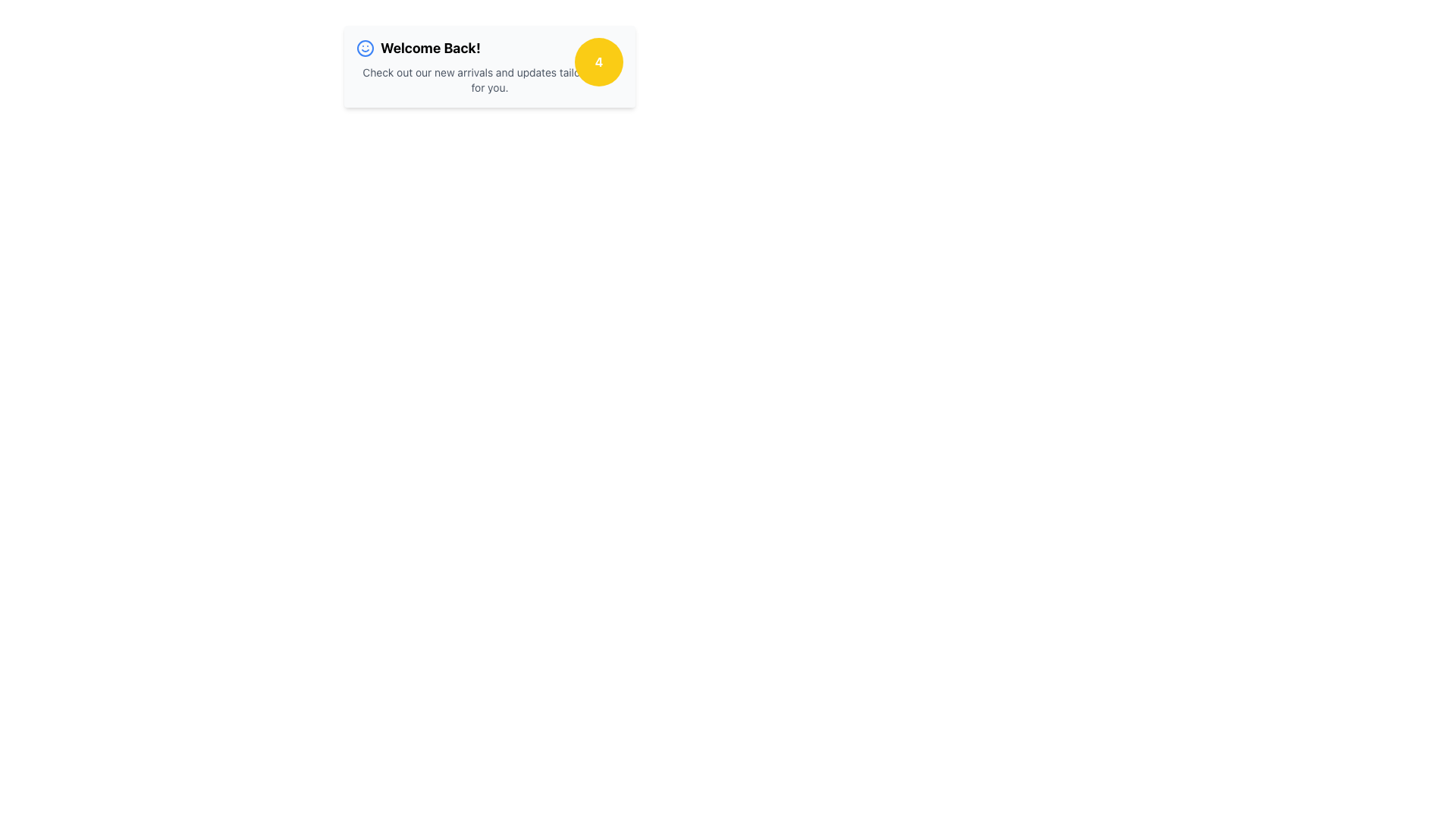 This screenshot has width=1456, height=819. What do you see at coordinates (365, 48) in the screenshot?
I see `the outermost circular component of the smiley face icon, which is a blue stroked circle without fill` at bounding box center [365, 48].